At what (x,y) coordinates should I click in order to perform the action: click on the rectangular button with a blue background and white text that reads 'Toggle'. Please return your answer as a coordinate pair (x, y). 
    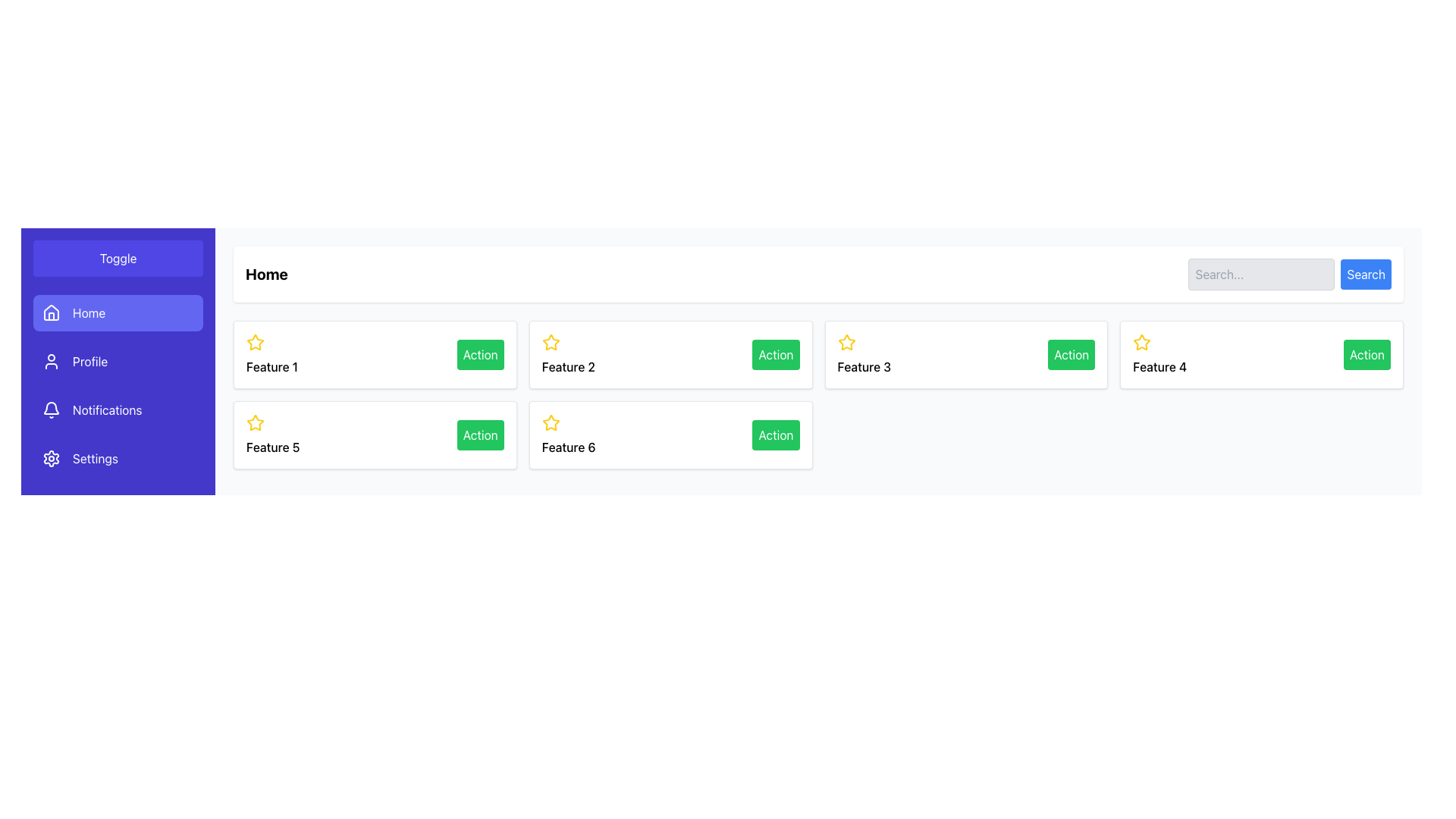
    Looking at the image, I should click on (118, 257).